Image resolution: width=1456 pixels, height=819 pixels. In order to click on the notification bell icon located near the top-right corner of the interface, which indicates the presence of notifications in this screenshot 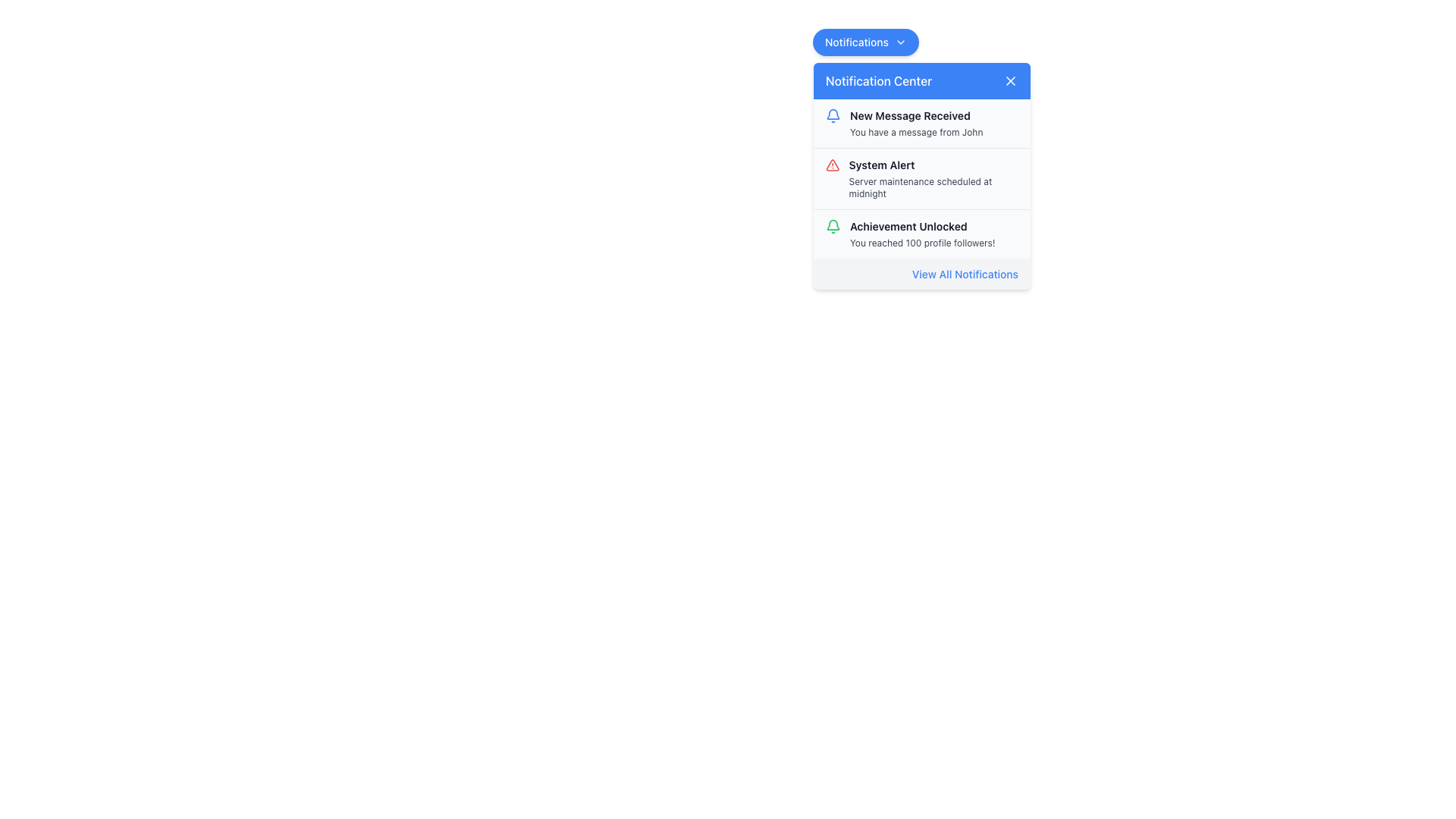, I will do `click(833, 224)`.